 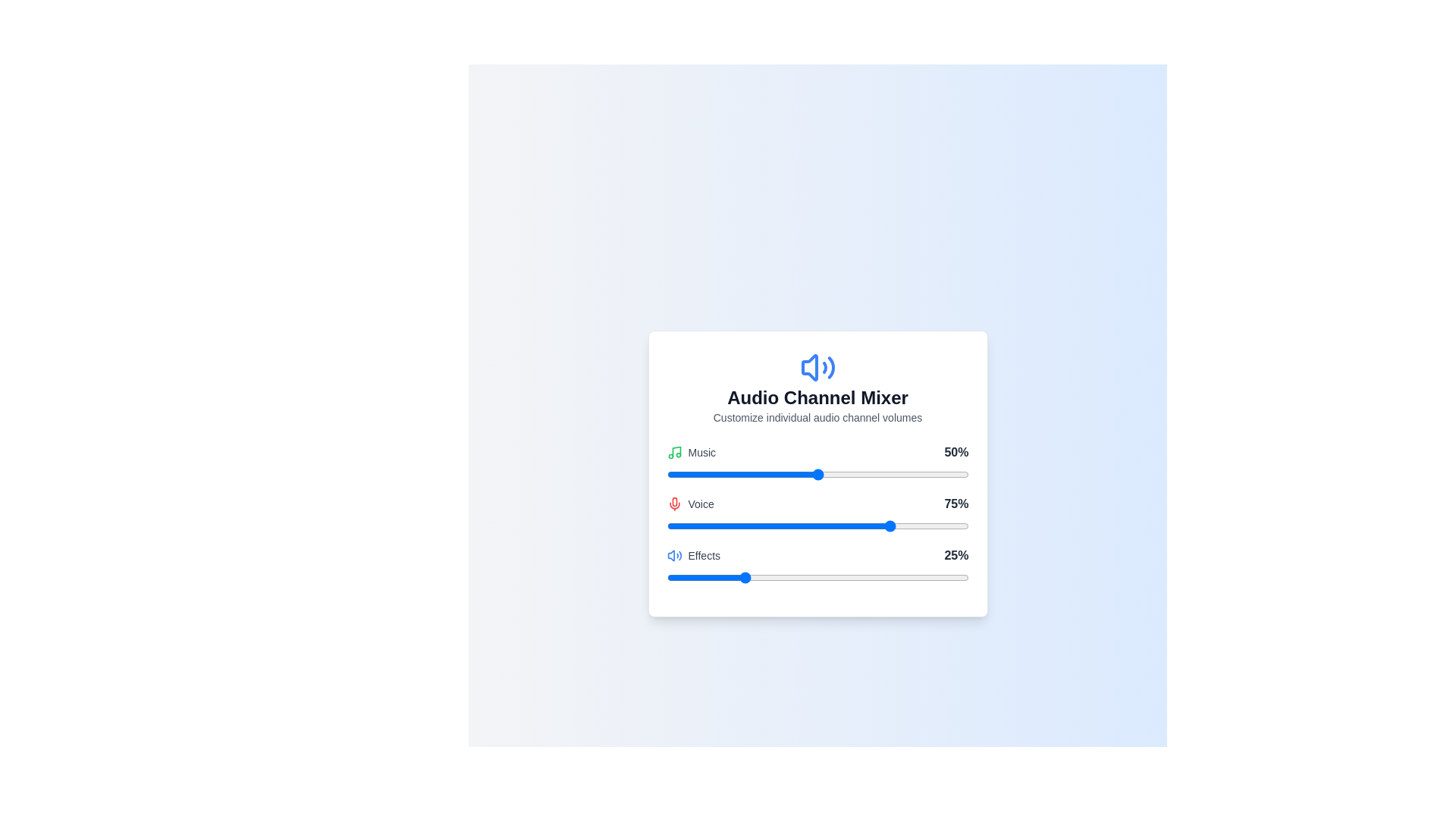 I want to click on the 'Effects' volume slider, so click(x=931, y=578).